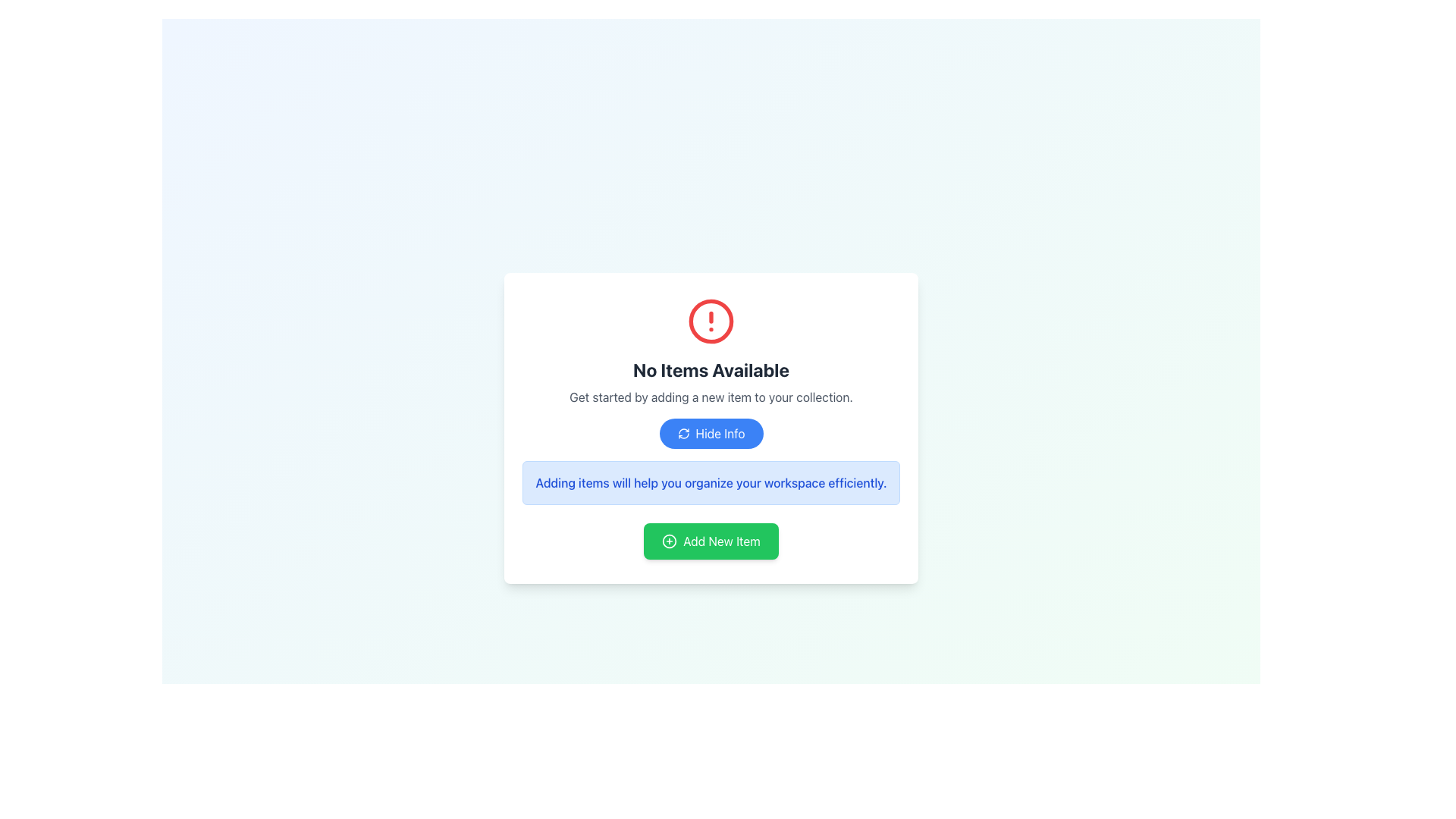  What do you see at coordinates (669, 540) in the screenshot?
I see `the 'add' icon component, which is circular in shape and located at the center of the 'Add New Item' button at the bottom center of the page` at bounding box center [669, 540].